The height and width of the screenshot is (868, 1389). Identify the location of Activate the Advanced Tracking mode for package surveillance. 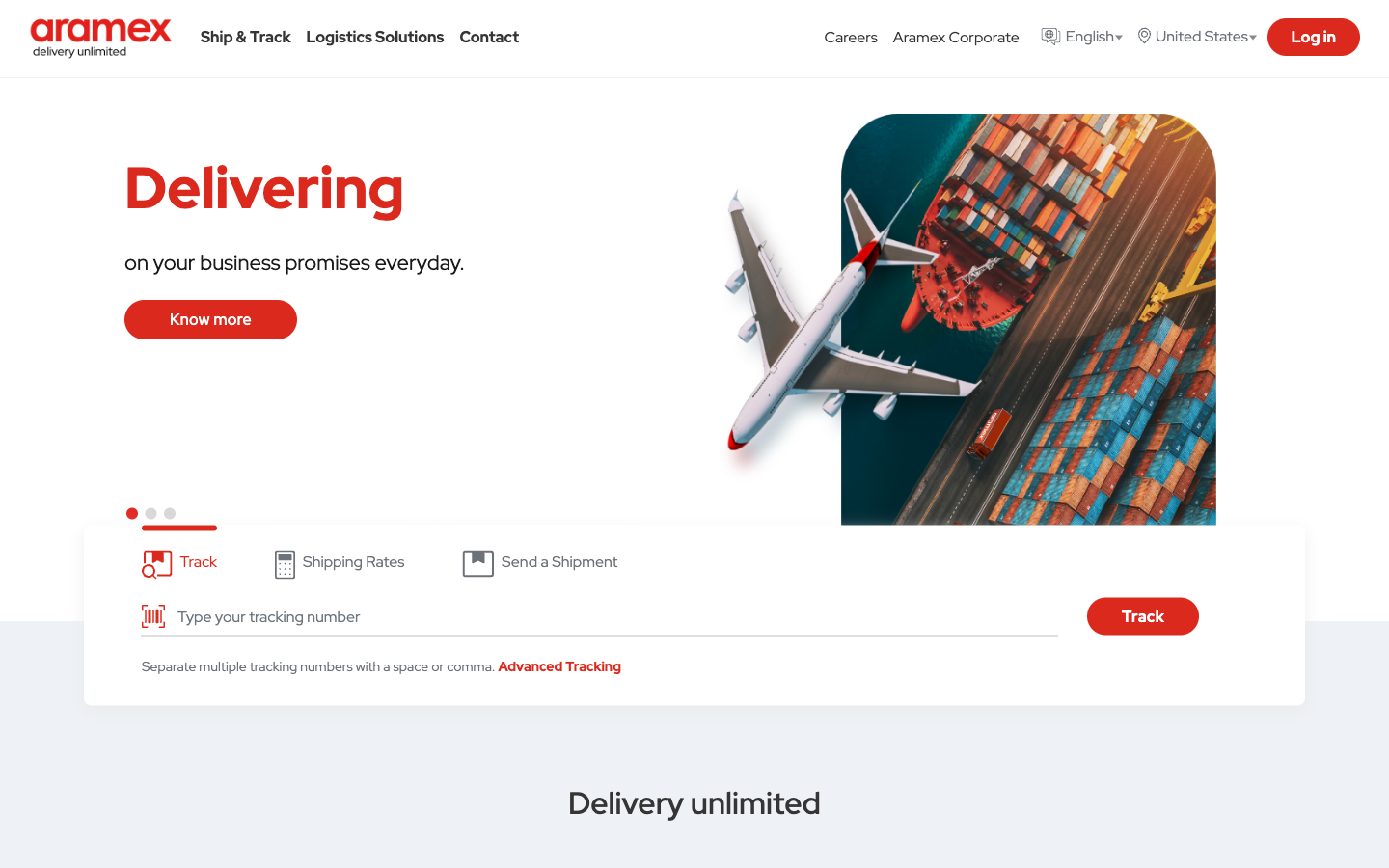
(559, 665).